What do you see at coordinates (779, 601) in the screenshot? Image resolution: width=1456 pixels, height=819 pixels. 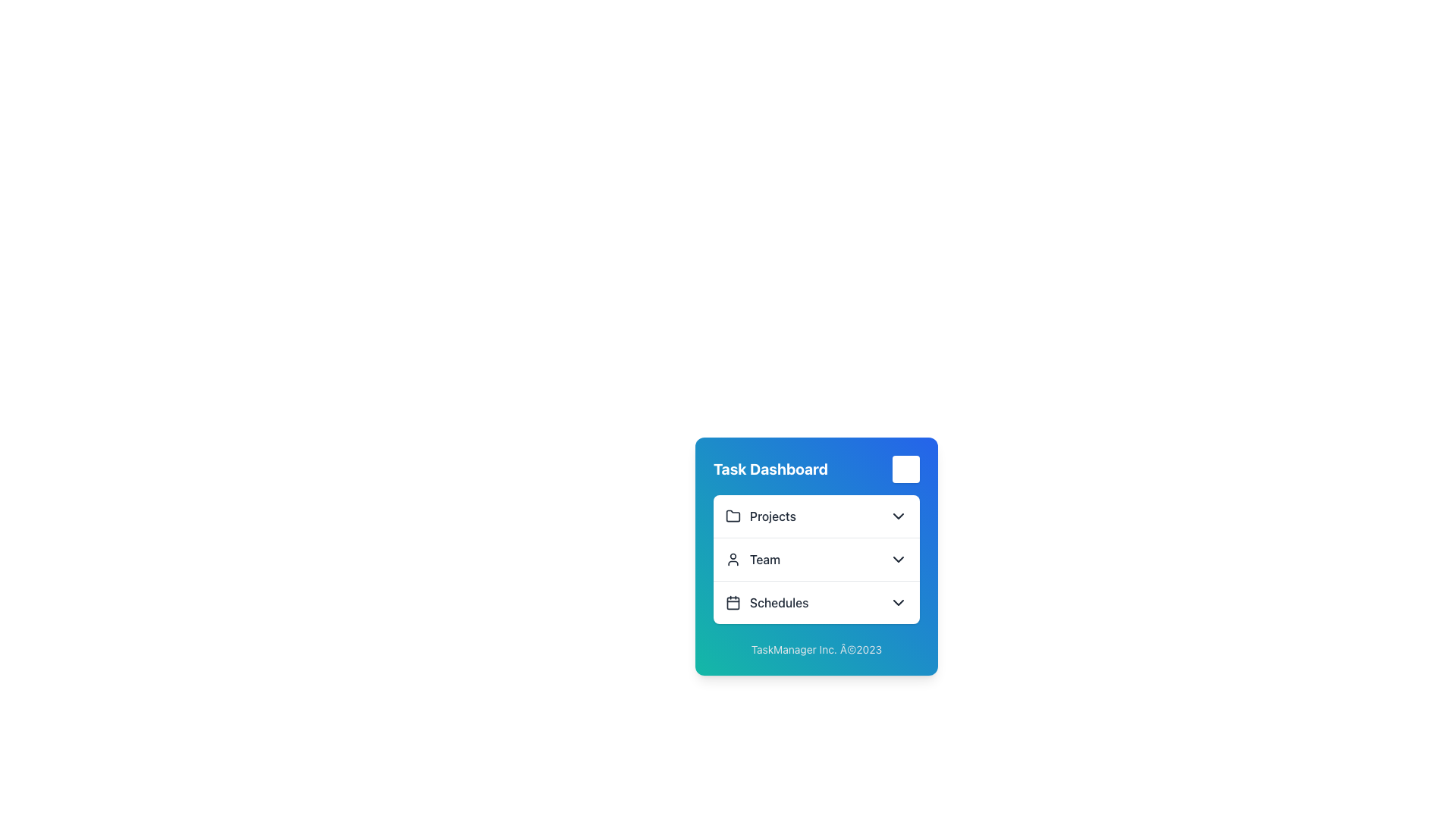 I see `the 'Schedules' menu option located in the 'Task Dashboard' dropdown menu` at bounding box center [779, 601].